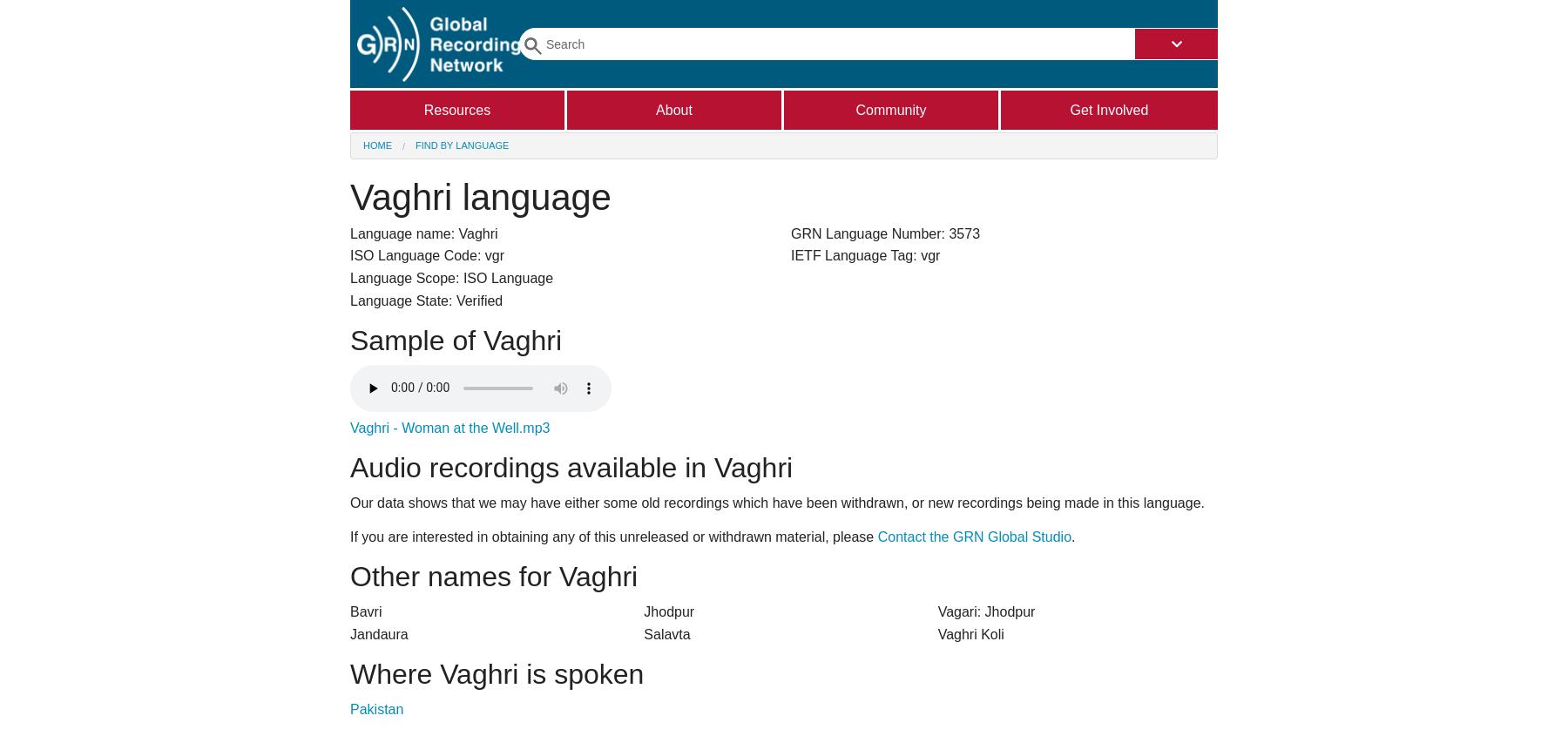  What do you see at coordinates (1071, 536) in the screenshot?
I see `'.'` at bounding box center [1071, 536].